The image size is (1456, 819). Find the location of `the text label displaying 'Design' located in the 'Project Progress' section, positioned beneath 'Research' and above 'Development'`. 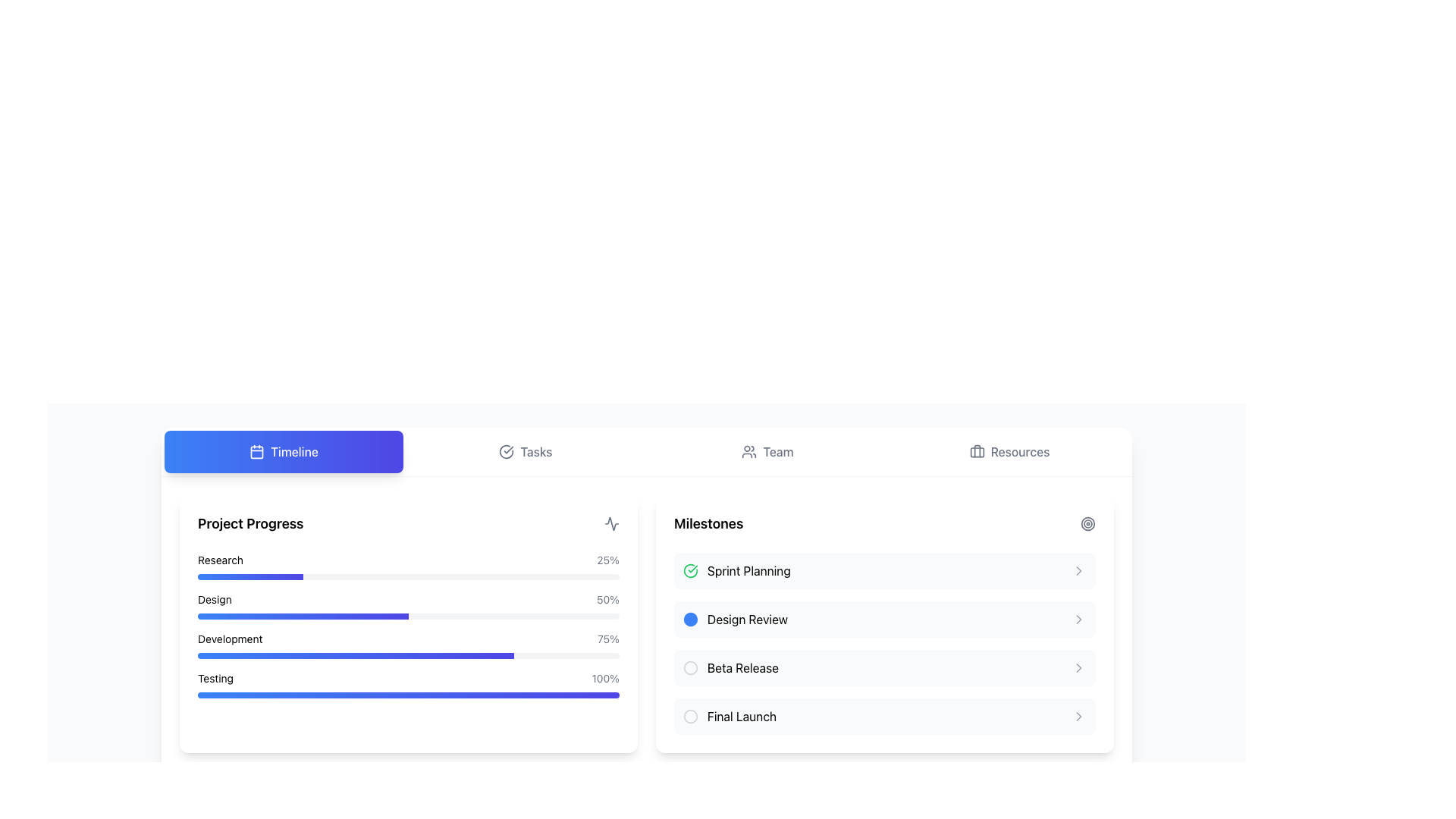

the text label displaying 'Design' located in the 'Project Progress' section, positioned beneath 'Research' and above 'Development' is located at coordinates (214, 598).